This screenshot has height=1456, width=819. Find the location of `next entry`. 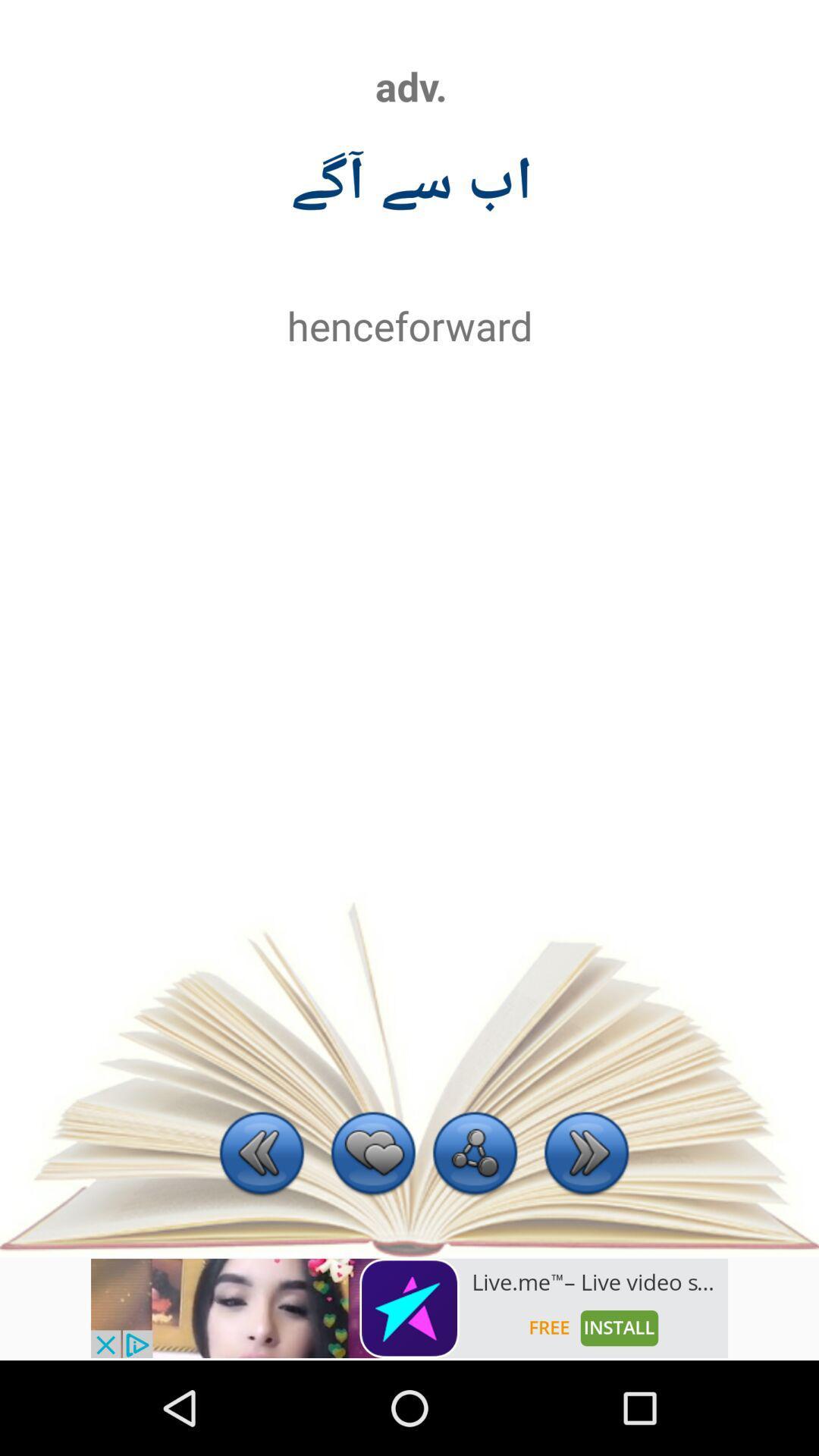

next entry is located at coordinates (585, 1154).